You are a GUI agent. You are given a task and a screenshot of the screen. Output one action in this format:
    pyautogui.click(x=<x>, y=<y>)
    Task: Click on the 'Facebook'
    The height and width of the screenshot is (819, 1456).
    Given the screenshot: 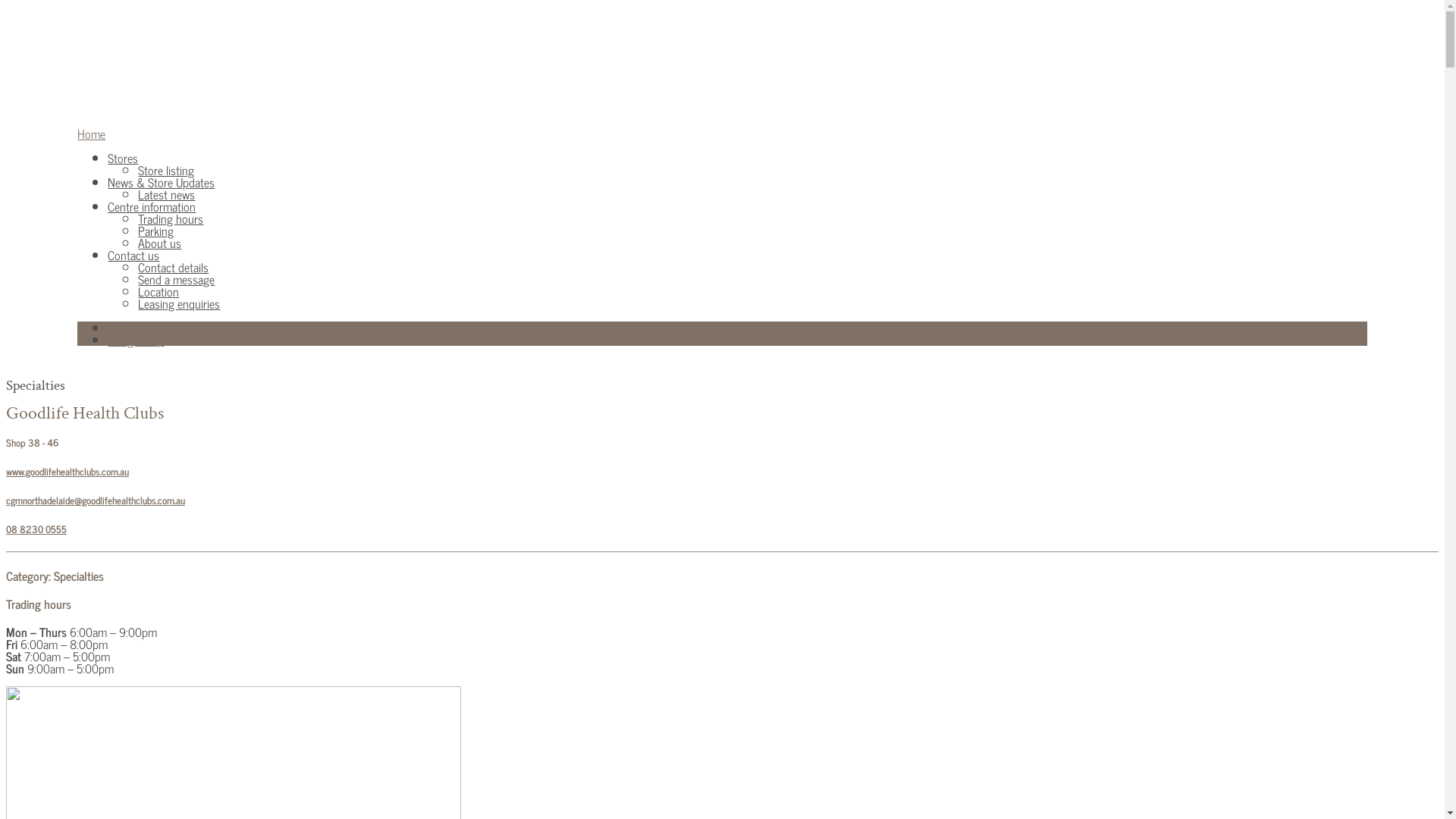 What is the action you would take?
    pyautogui.click(x=130, y=327)
    